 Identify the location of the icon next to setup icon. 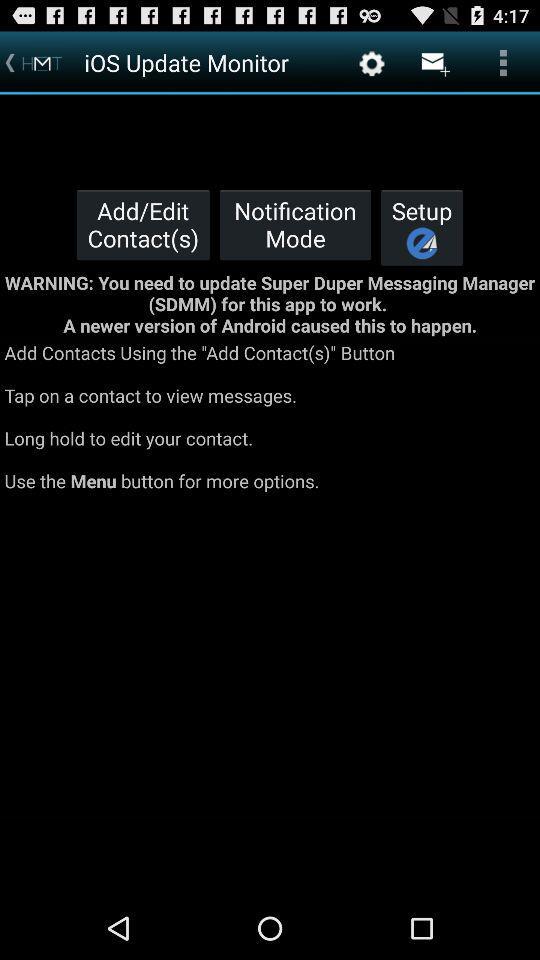
(294, 224).